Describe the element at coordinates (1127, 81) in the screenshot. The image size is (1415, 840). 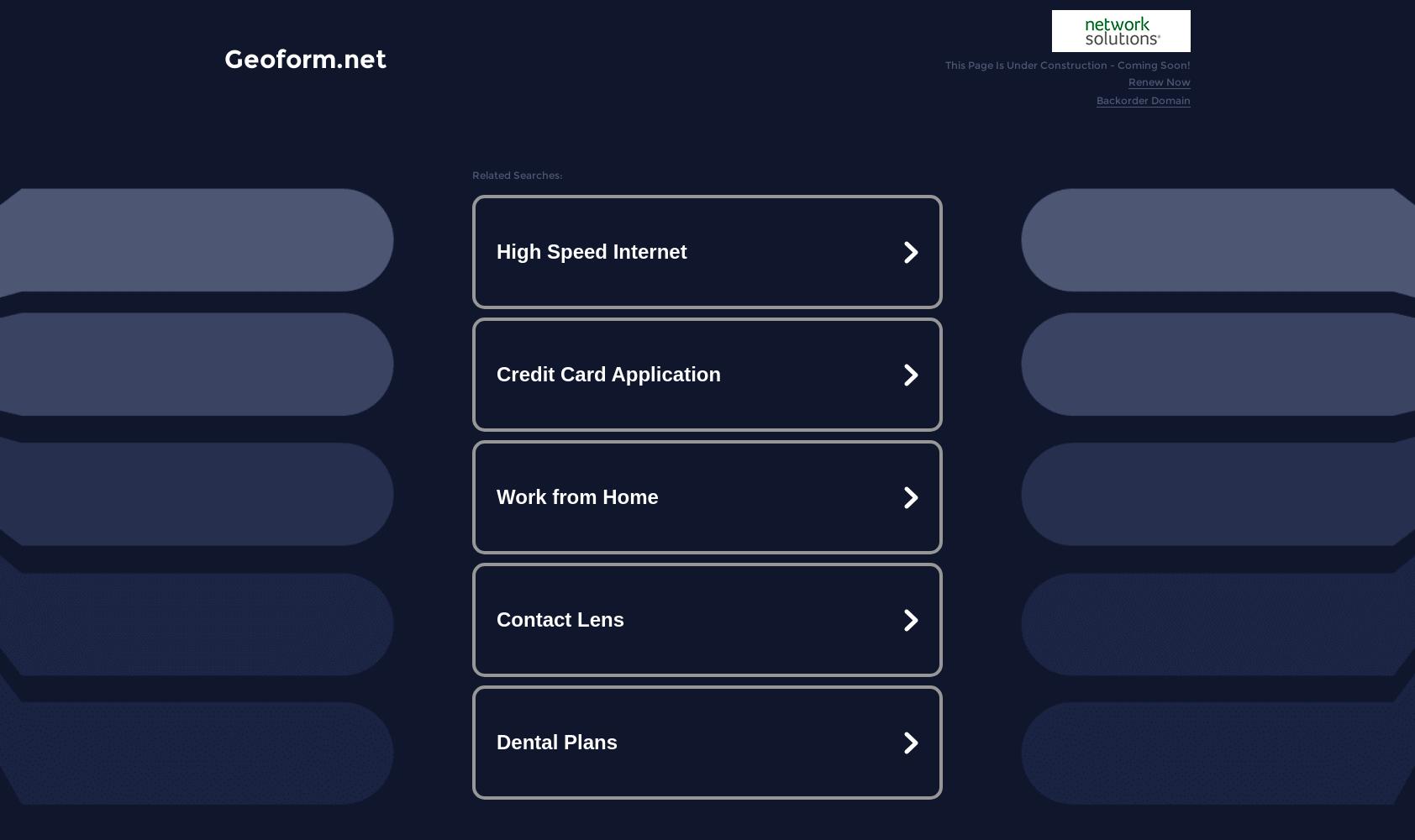
I see `'Renew Now'` at that location.